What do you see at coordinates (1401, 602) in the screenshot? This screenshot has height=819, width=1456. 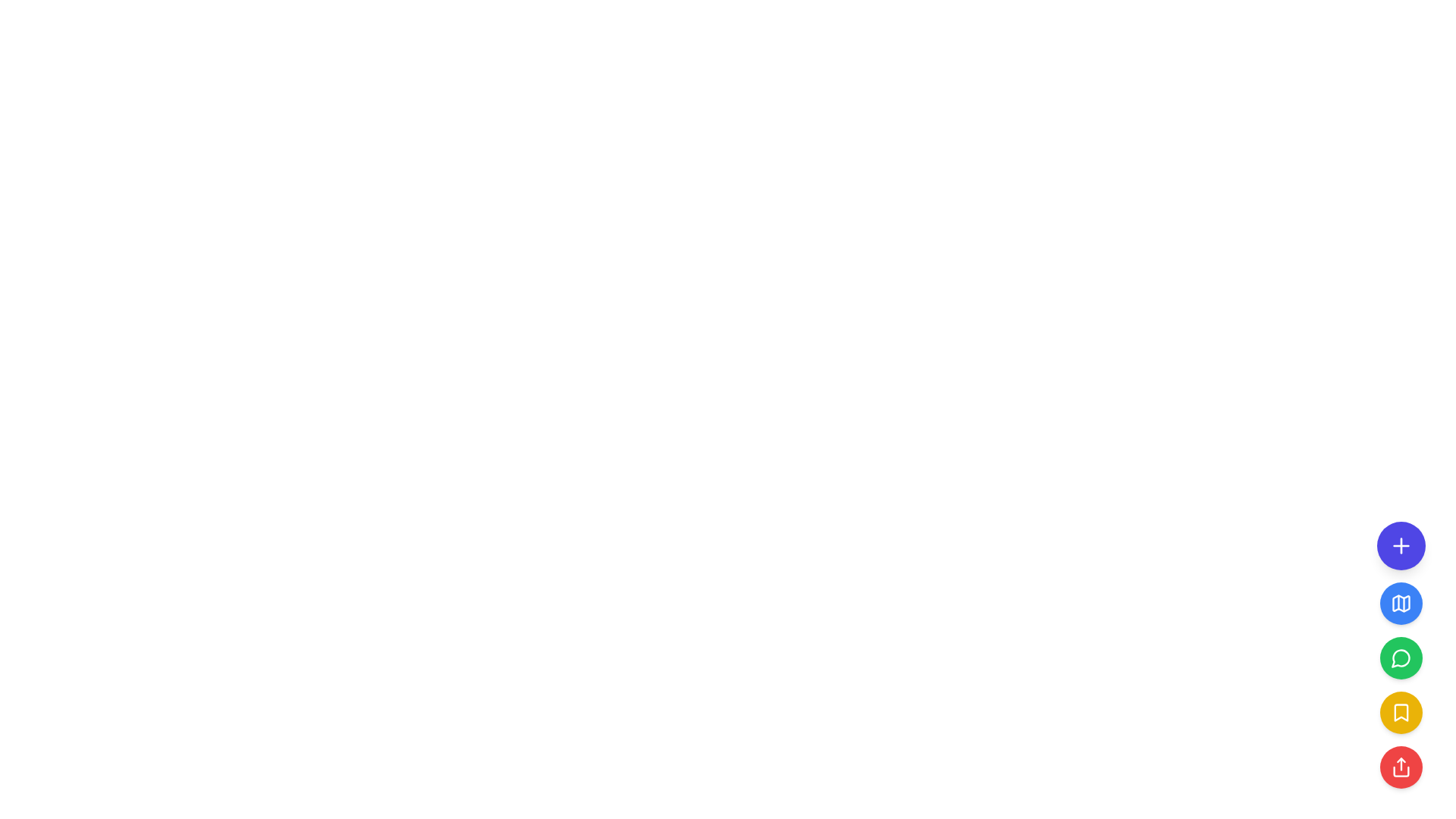 I see `the second icon from the top in the vertical stack of action buttons on the right side of the interface` at bounding box center [1401, 602].